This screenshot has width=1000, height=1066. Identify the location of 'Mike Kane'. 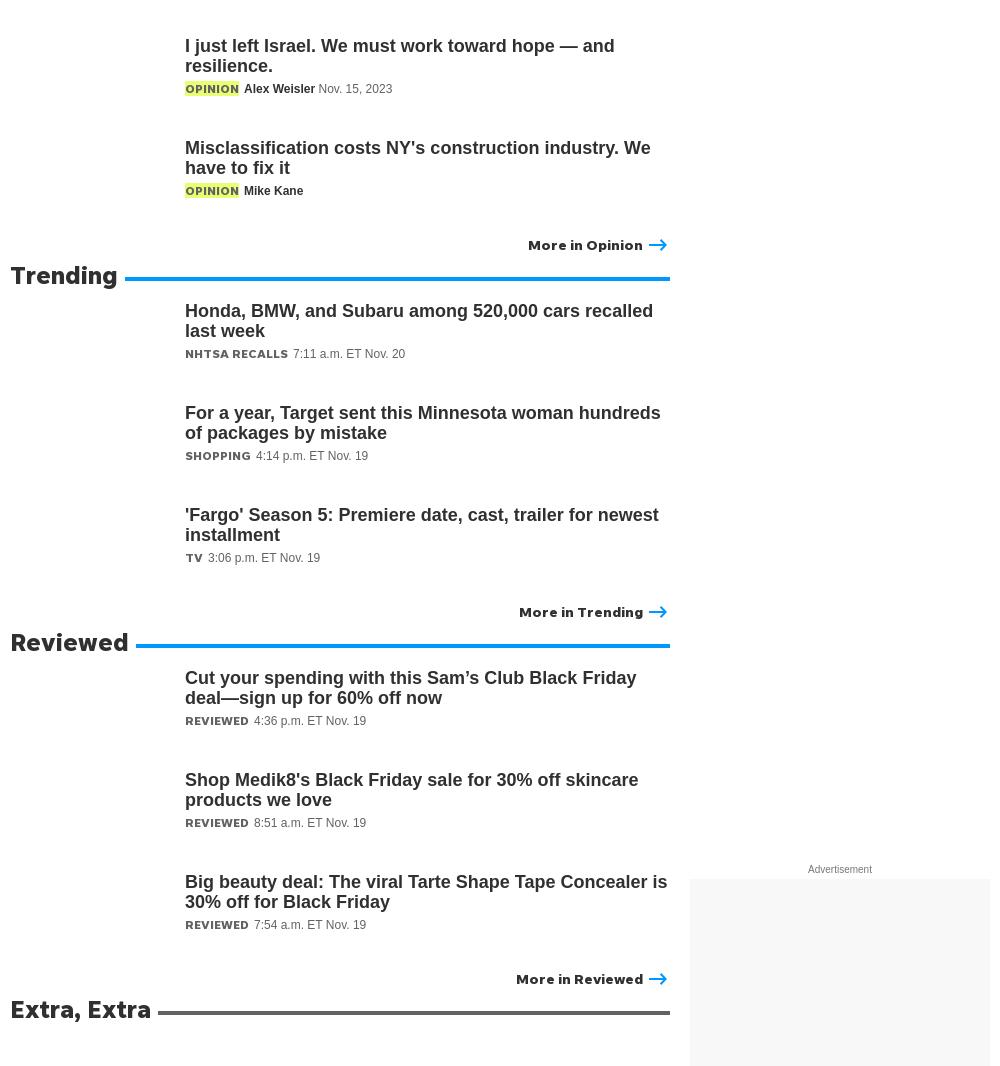
(243, 190).